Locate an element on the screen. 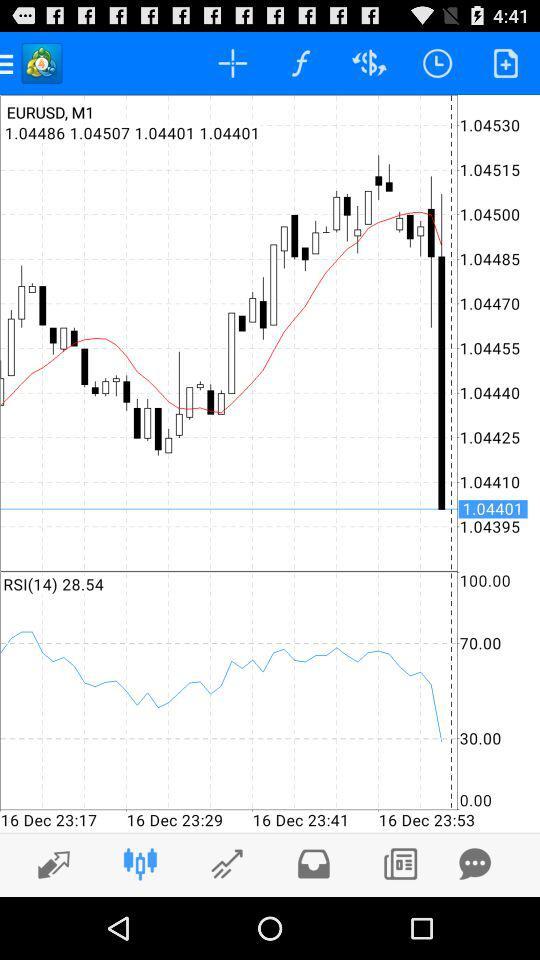 This screenshot has height=960, width=540. the timer which is on the top right side is located at coordinates (436, 62).